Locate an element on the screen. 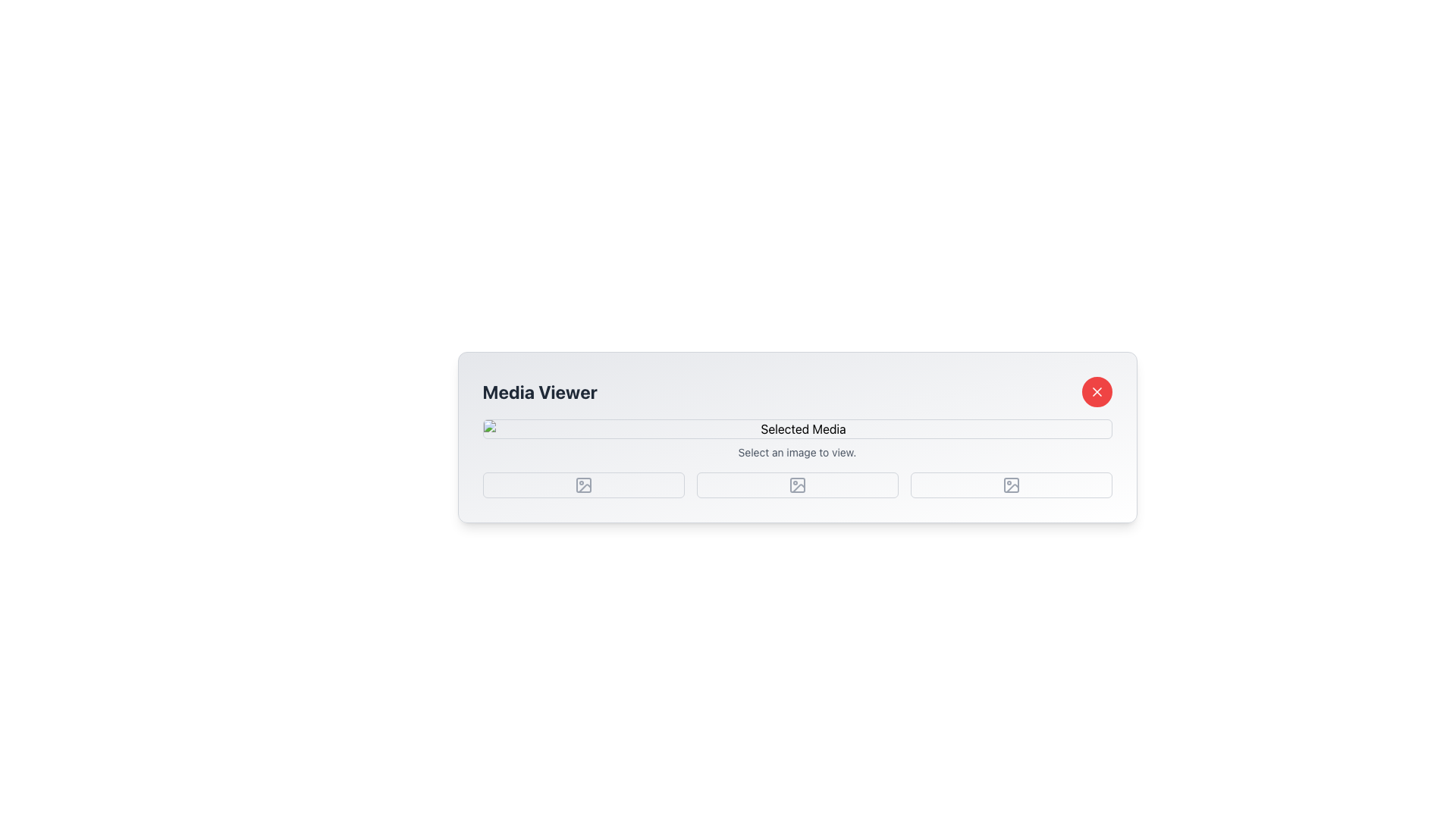 Image resolution: width=1456 pixels, height=819 pixels. the rectangular button with rounded corners and a missing image icon located in the bottom left section of the interface is located at coordinates (582, 485).